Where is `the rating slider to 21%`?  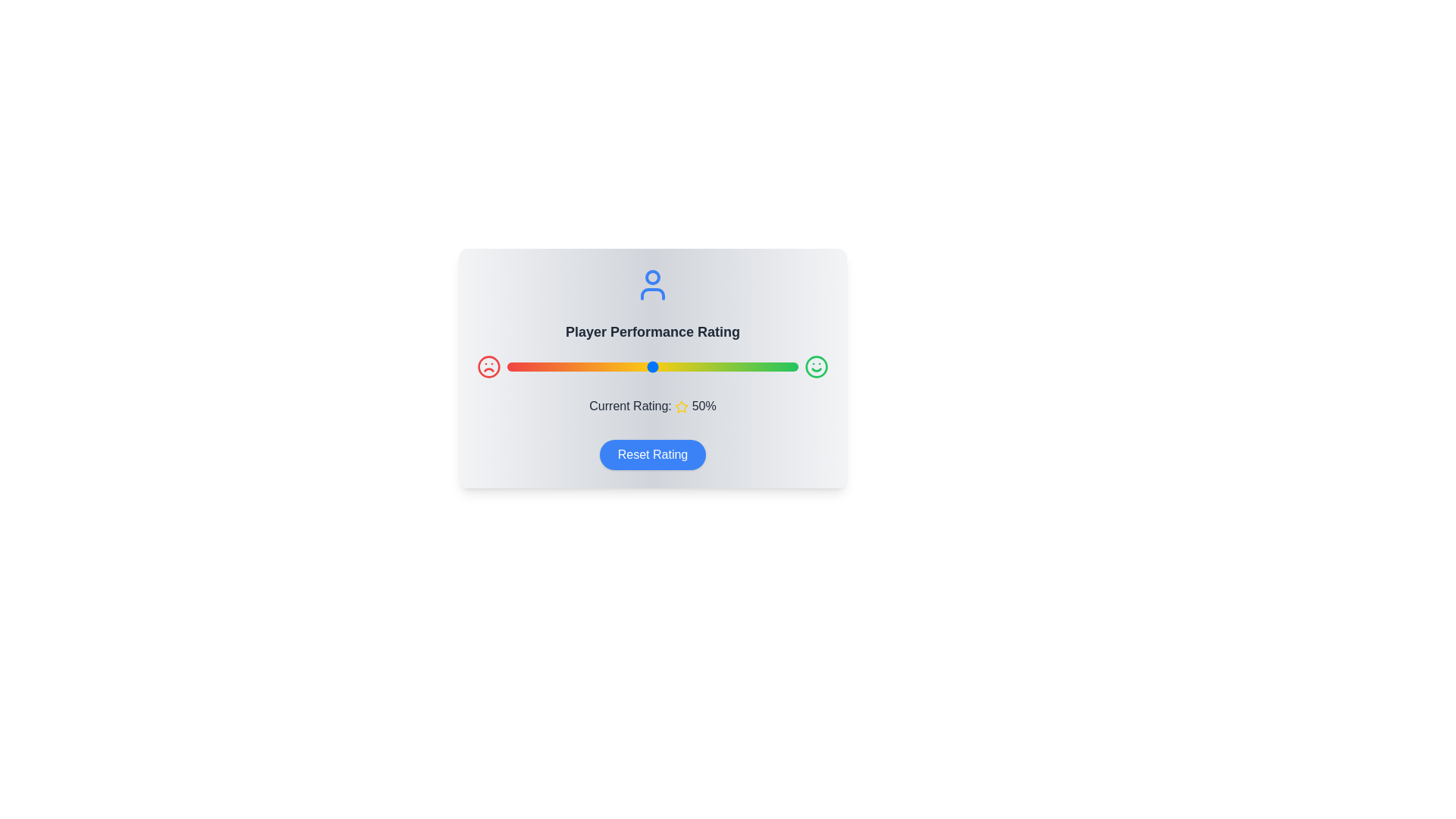 the rating slider to 21% is located at coordinates (567, 366).